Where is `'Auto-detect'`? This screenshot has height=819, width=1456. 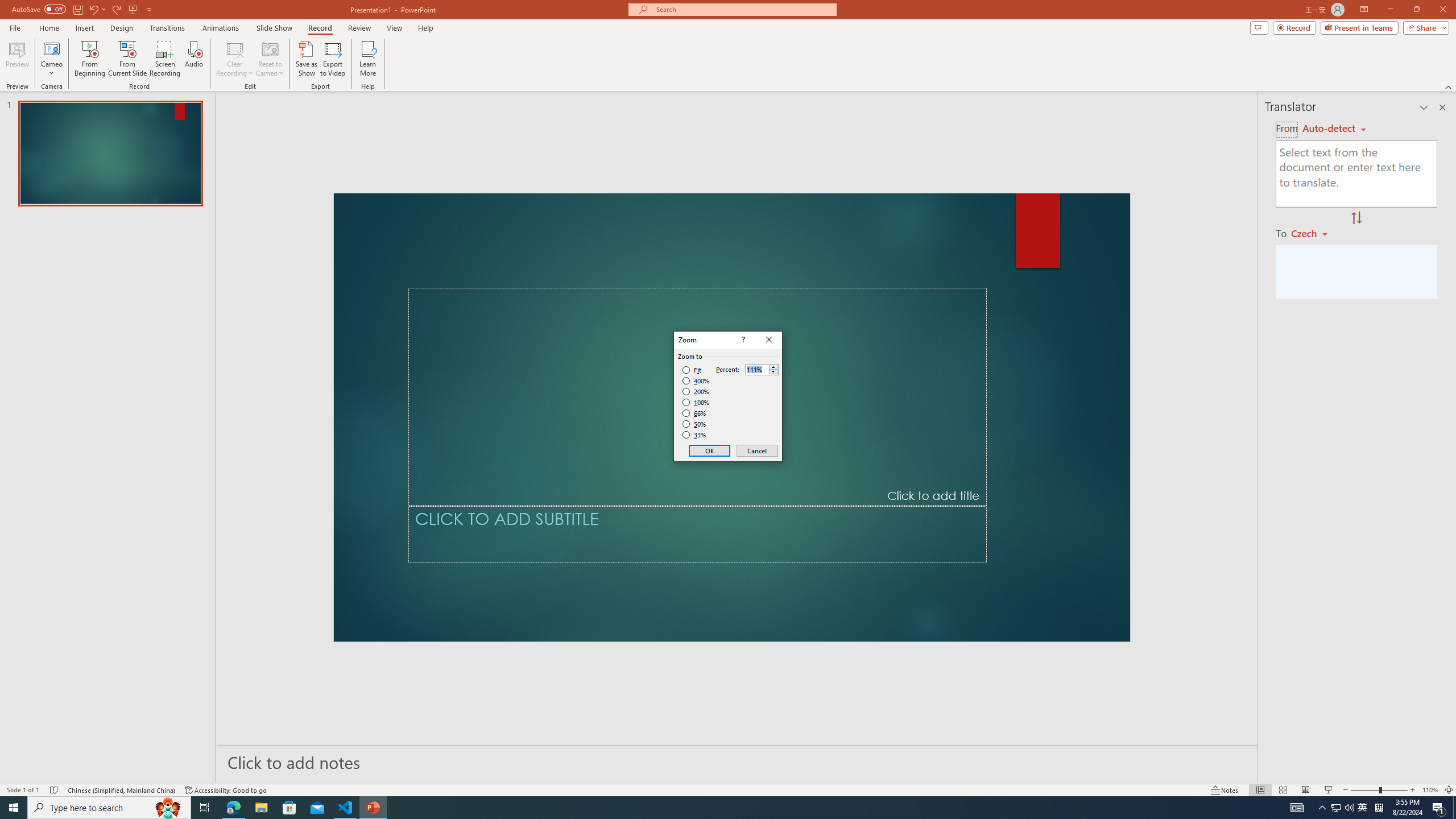 'Auto-detect' is located at coordinates (1334, 128).